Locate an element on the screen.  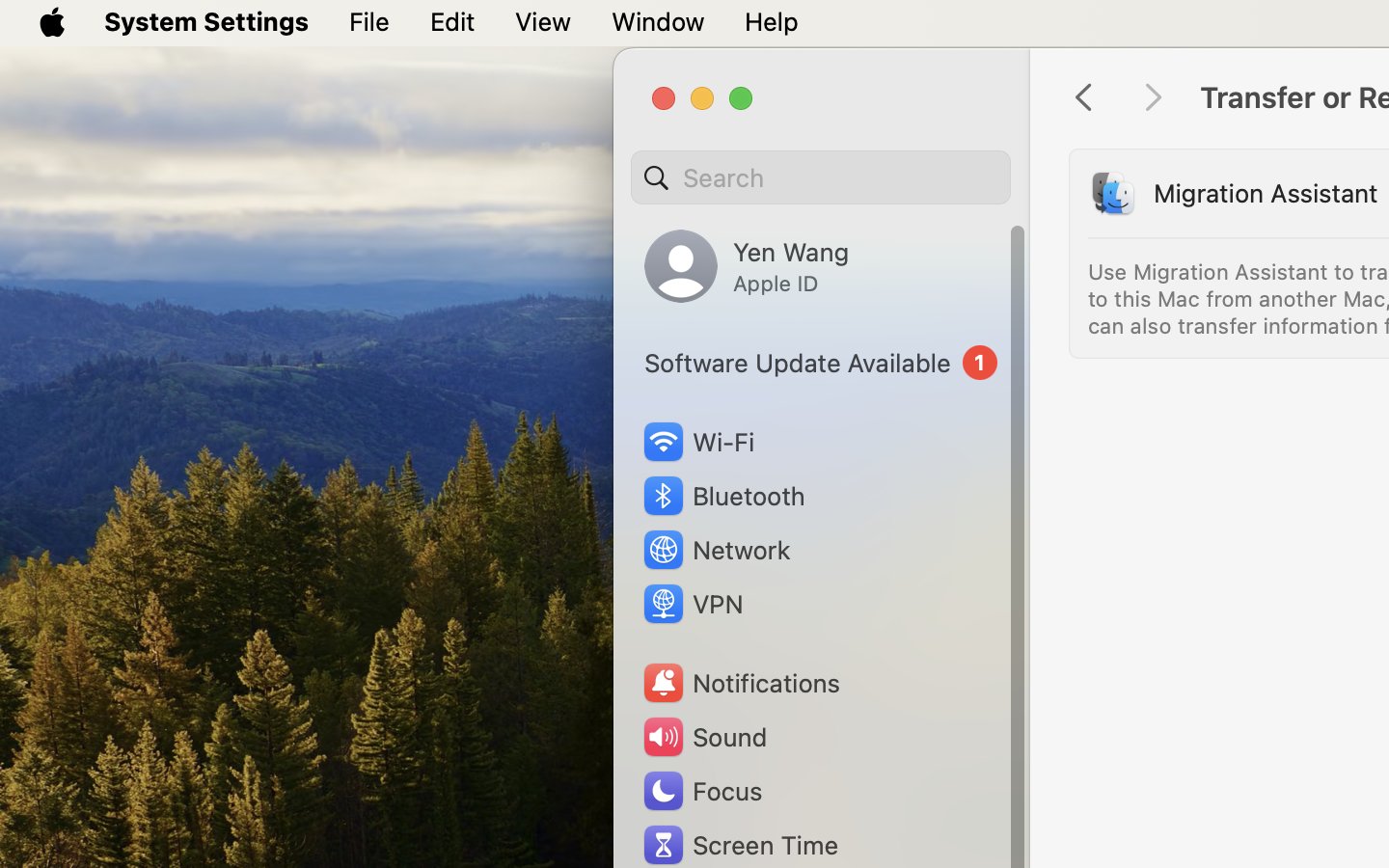
'Wi‑Fi' is located at coordinates (696, 441).